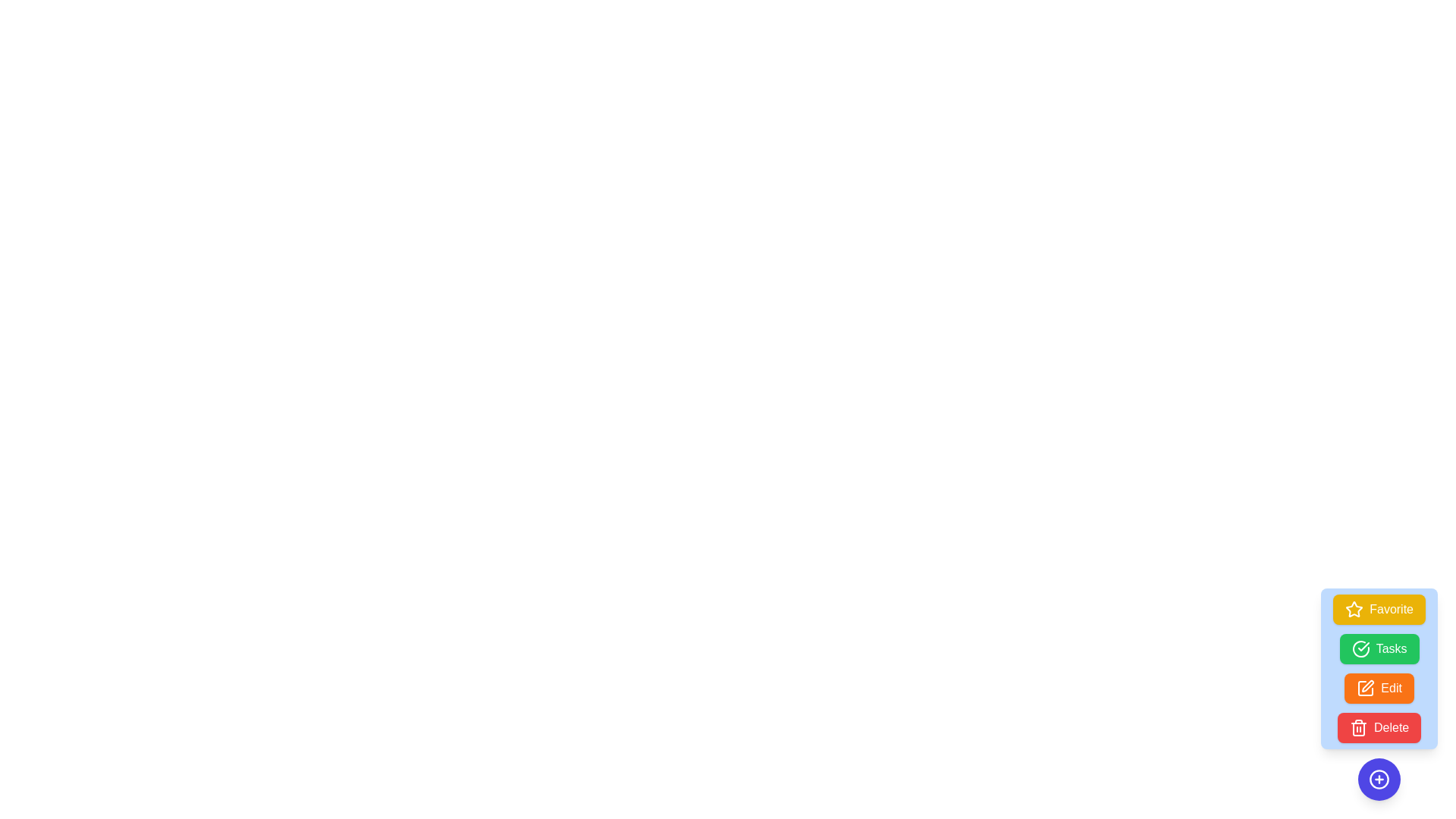 Image resolution: width=1456 pixels, height=819 pixels. Describe the element at coordinates (1360, 648) in the screenshot. I see `the success icon located within the 'Tasks' button, which is positioned in the second row between the 'Favorite' button above and the 'Edit' button below` at that location.